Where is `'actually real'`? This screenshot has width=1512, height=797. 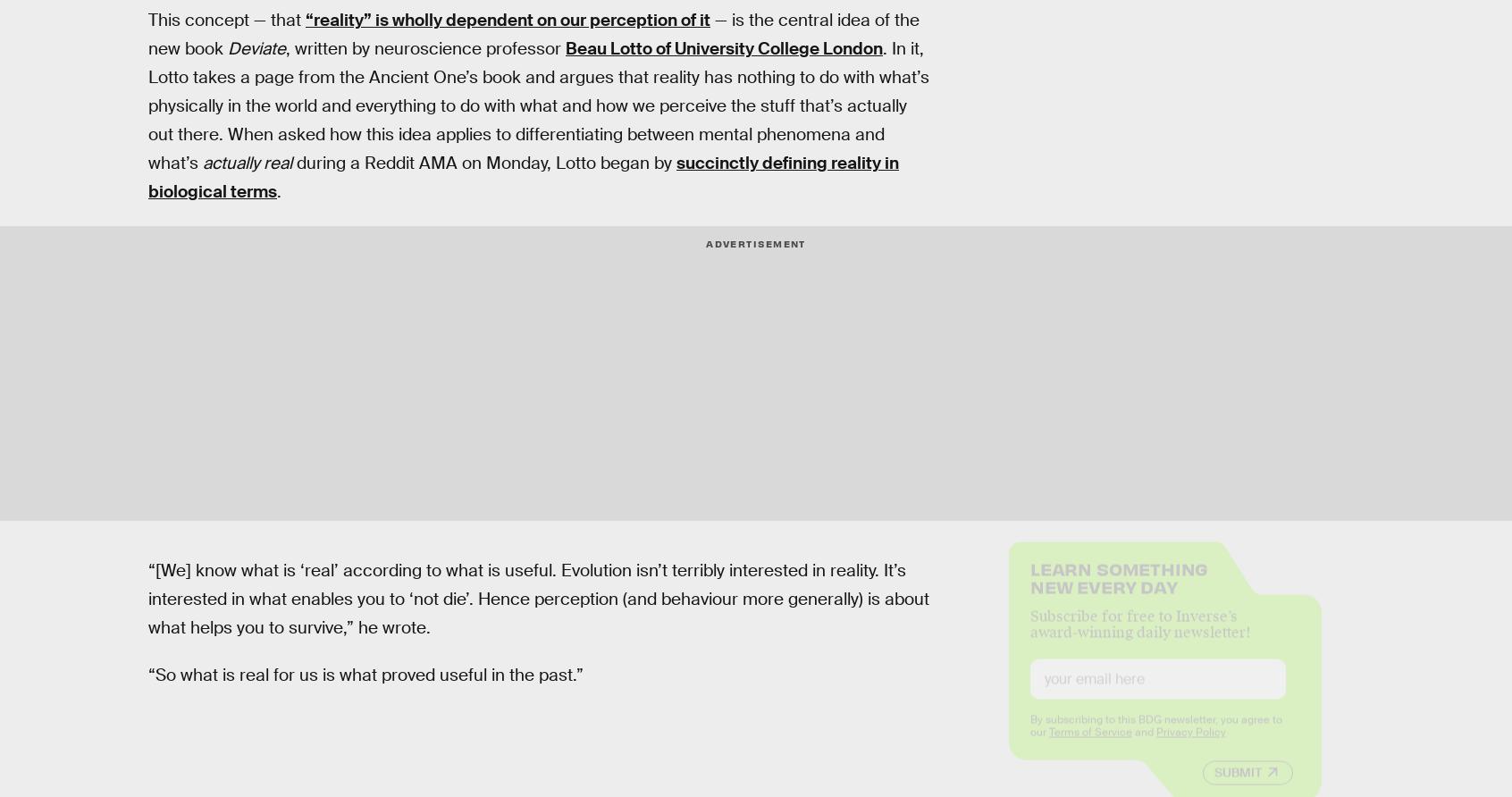
'actually real' is located at coordinates (203, 162).